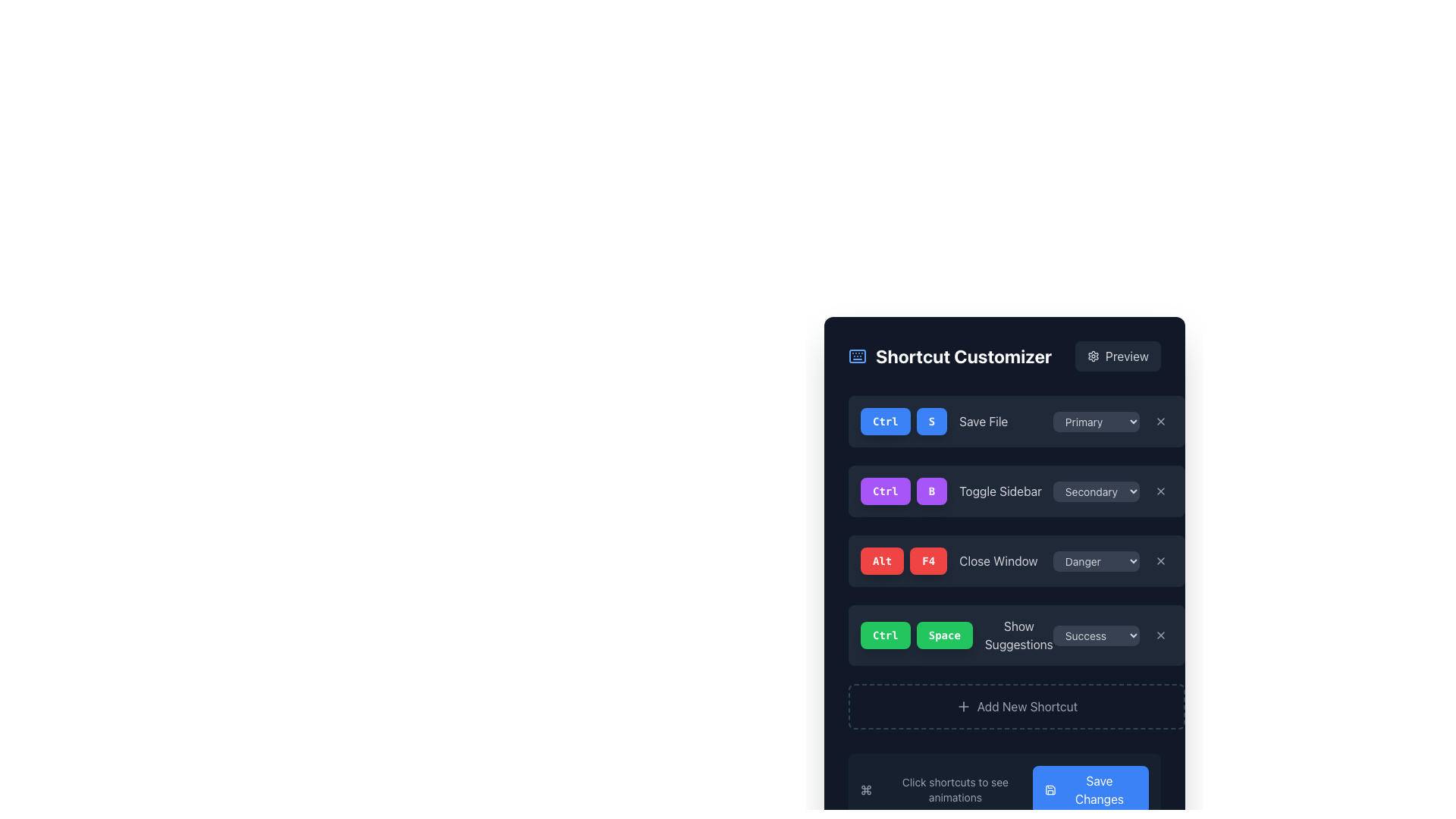 The image size is (1456, 819). I want to click on the blue rectangular button with a bold white letter 'S' that is positioned to the immediate right of the 'Ctrl' button, so click(930, 421).